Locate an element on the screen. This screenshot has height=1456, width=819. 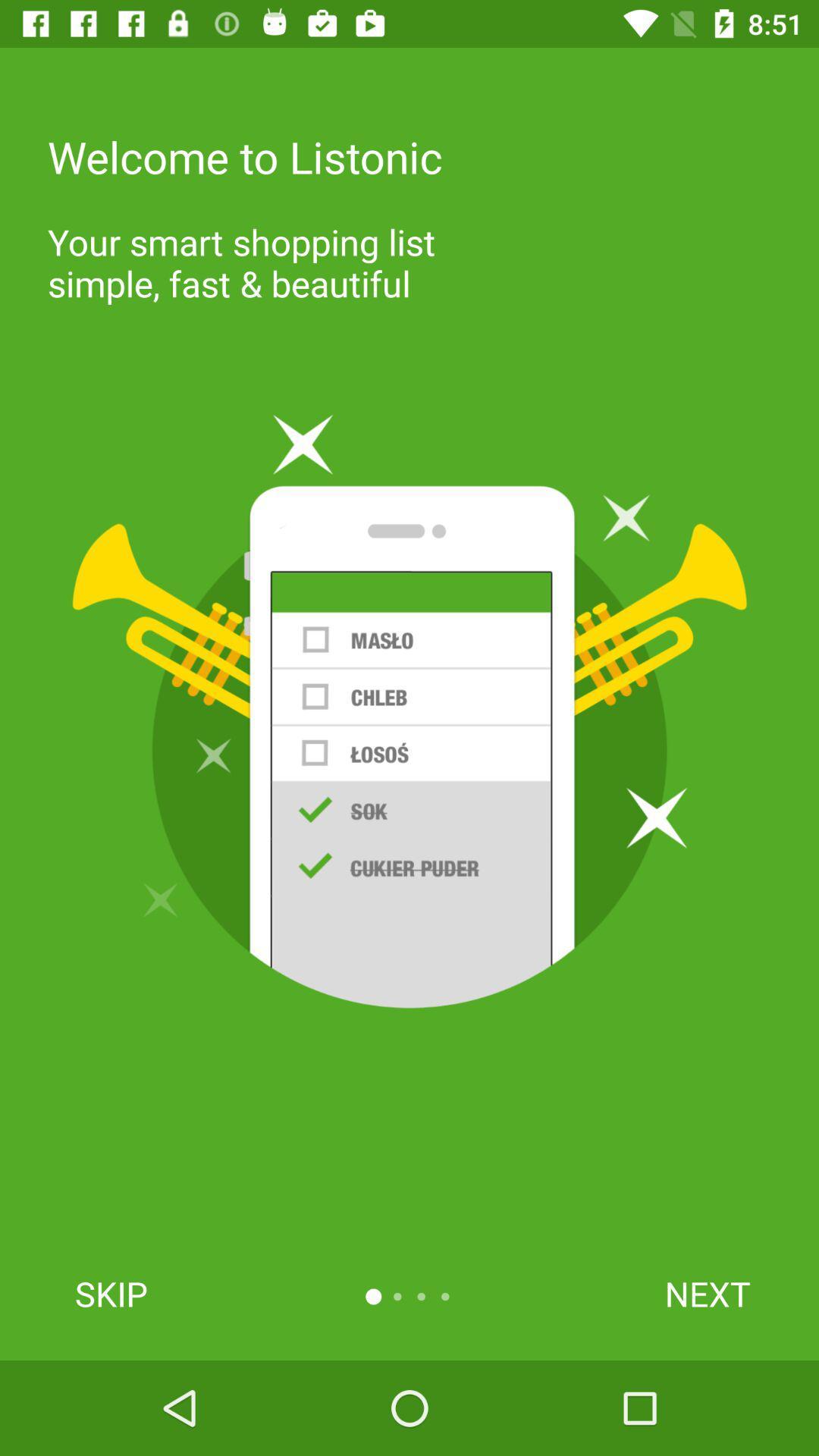
the item above skip item is located at coordinates (409, 711).